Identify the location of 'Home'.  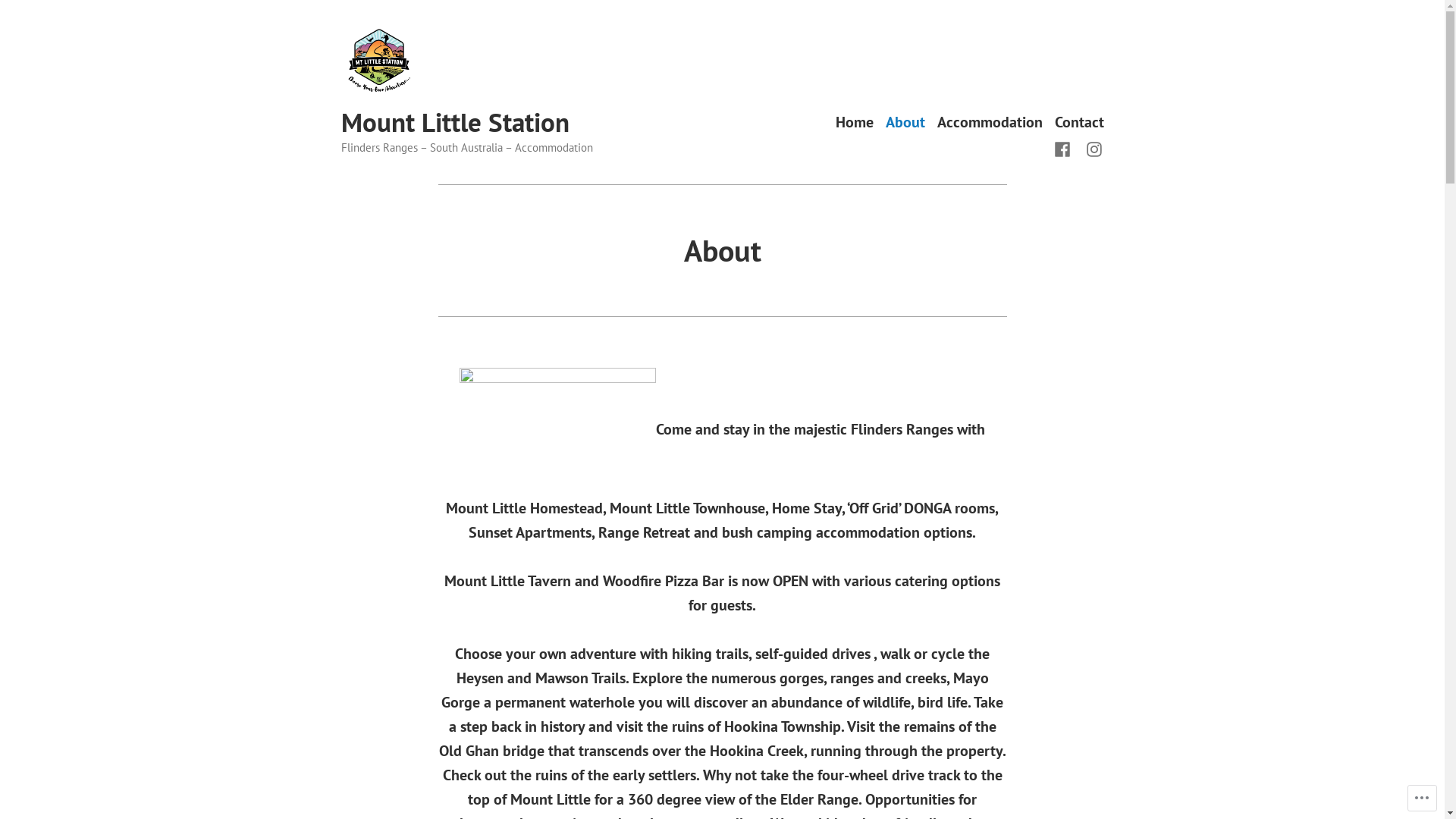
(855, 121).